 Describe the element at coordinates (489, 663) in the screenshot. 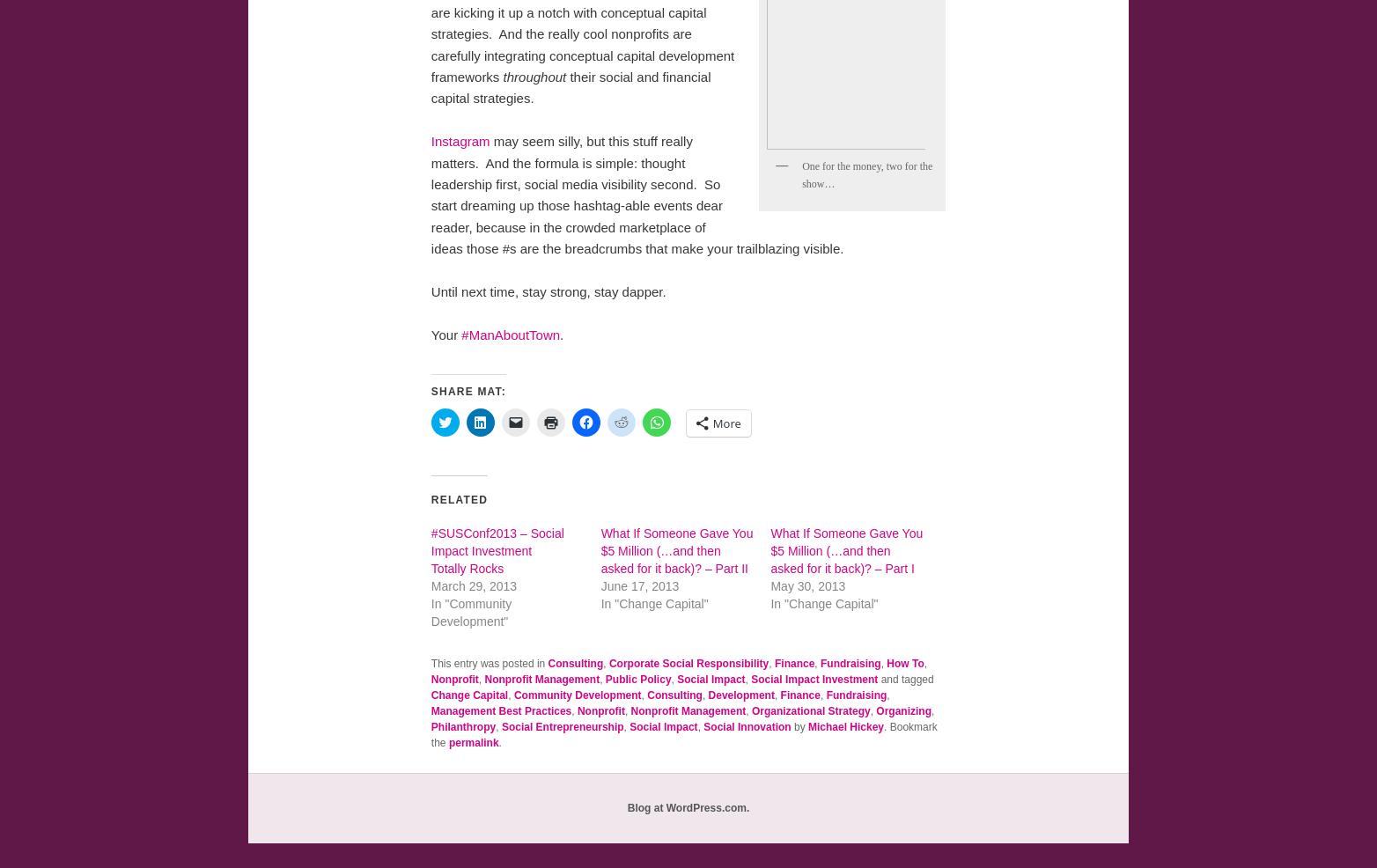

I see `'This entry was posted in'` at that location.